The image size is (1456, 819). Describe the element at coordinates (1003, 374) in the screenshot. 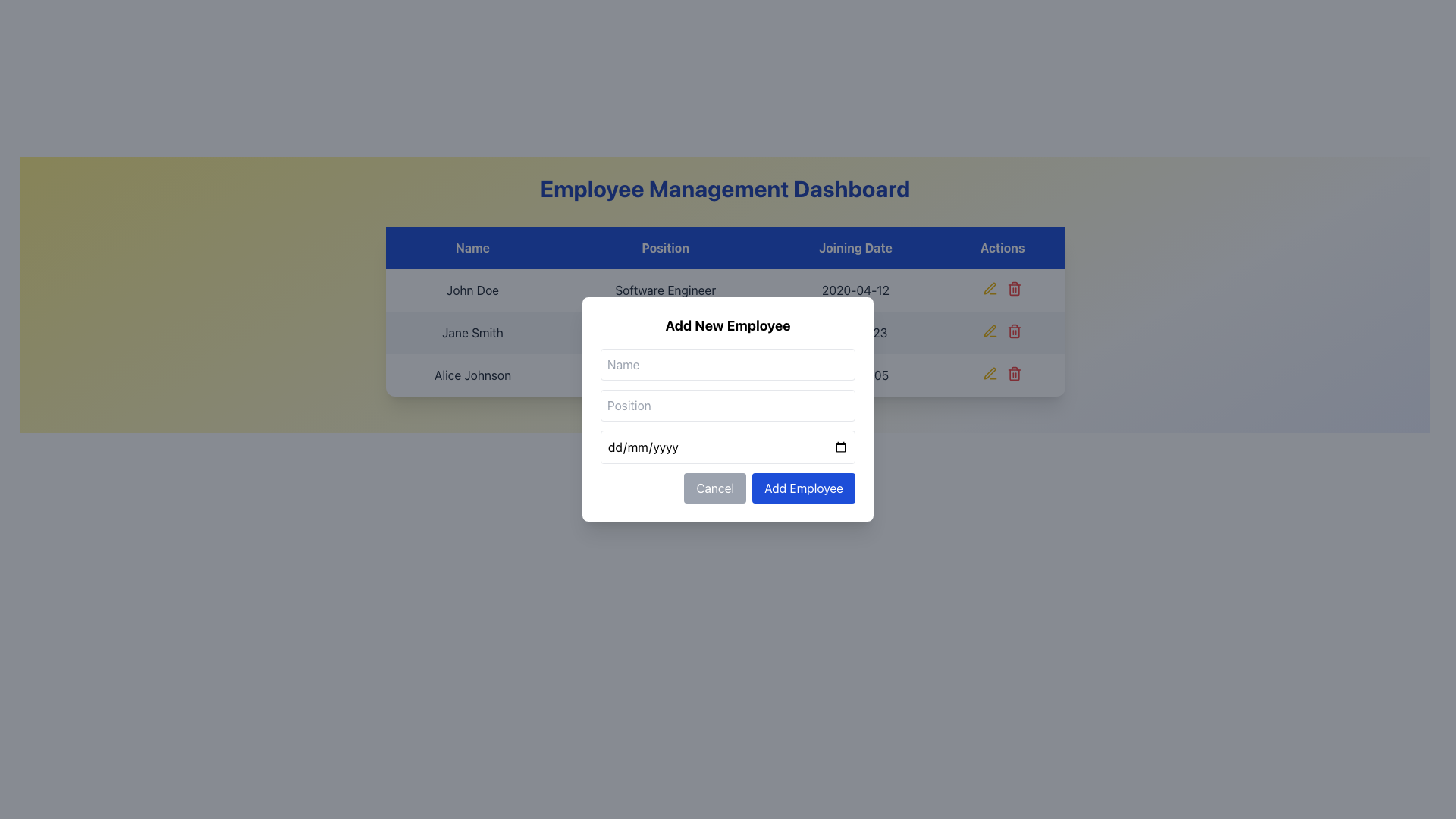

I see `the trash bin icon in the action group for Alice Johnson, the UI Designer` at that location.